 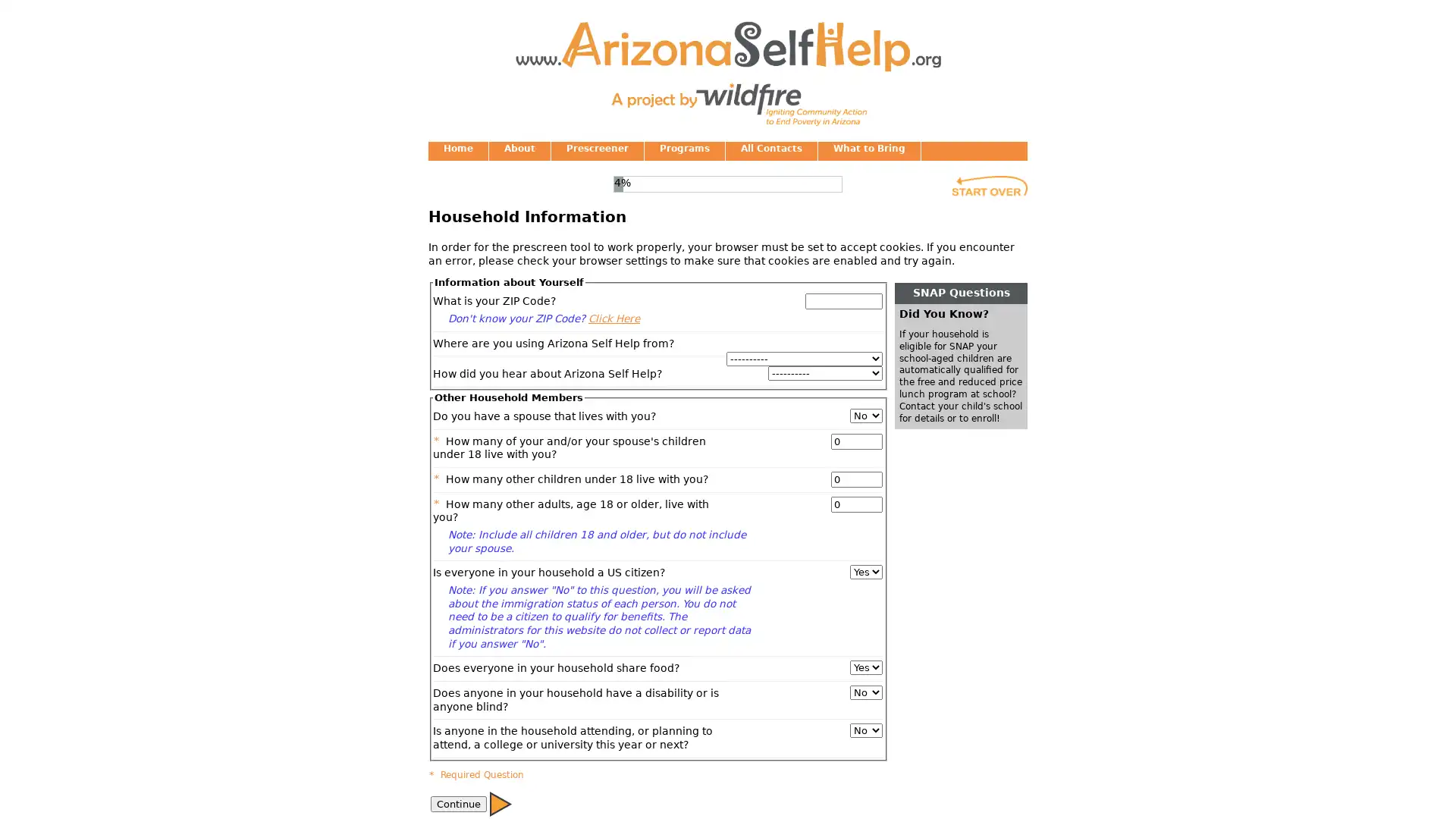 What do you see at coordinates (500, 802) in the screenshot?
I see `Continue` at bounding box center [500, 802].